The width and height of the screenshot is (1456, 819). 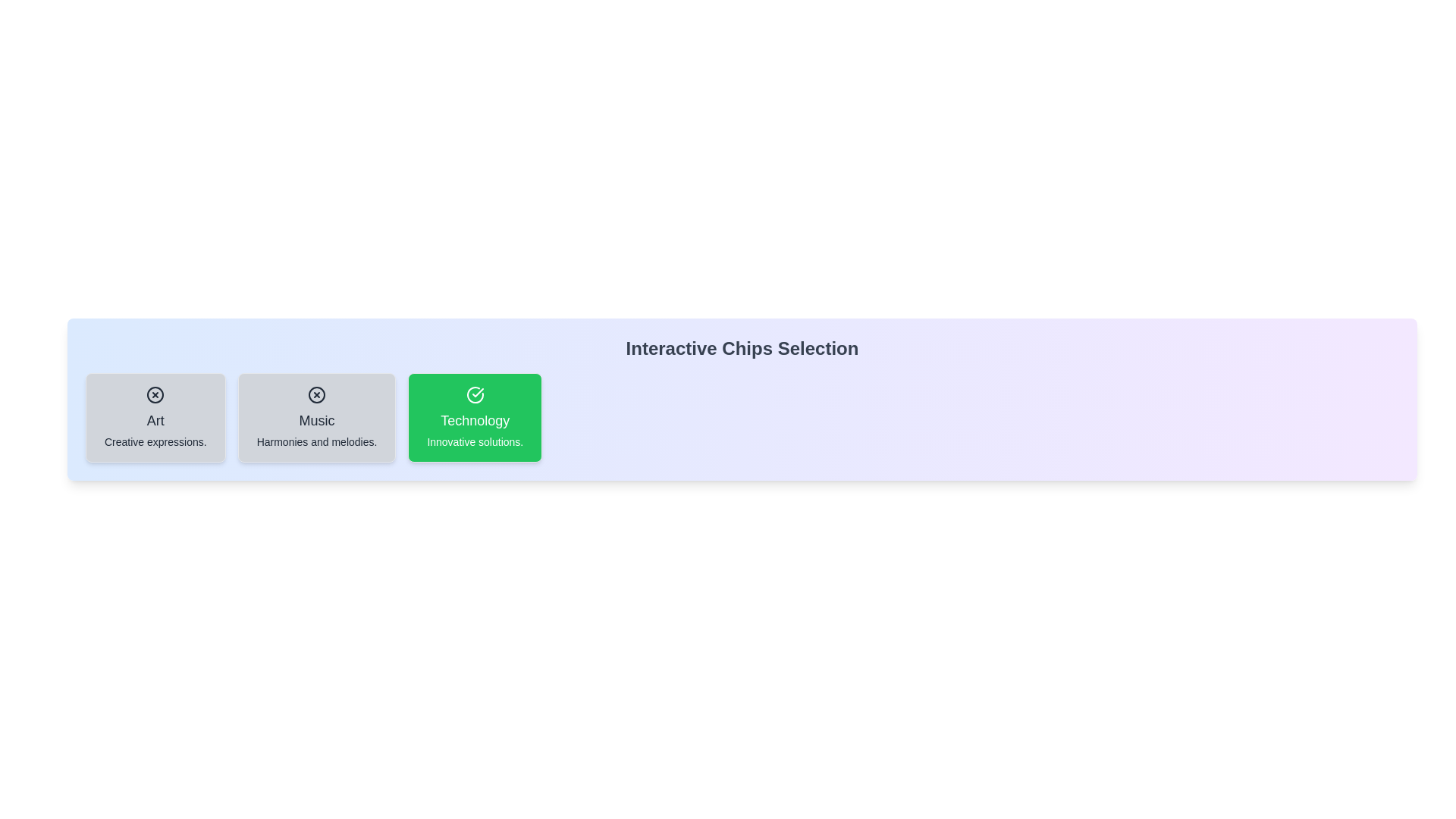 What do you see at coordinates (155, 394) in the screenshot?
I see `the icon of the chip labeled 'Art' to toggle its selection state` at bounding box center [155, 394].